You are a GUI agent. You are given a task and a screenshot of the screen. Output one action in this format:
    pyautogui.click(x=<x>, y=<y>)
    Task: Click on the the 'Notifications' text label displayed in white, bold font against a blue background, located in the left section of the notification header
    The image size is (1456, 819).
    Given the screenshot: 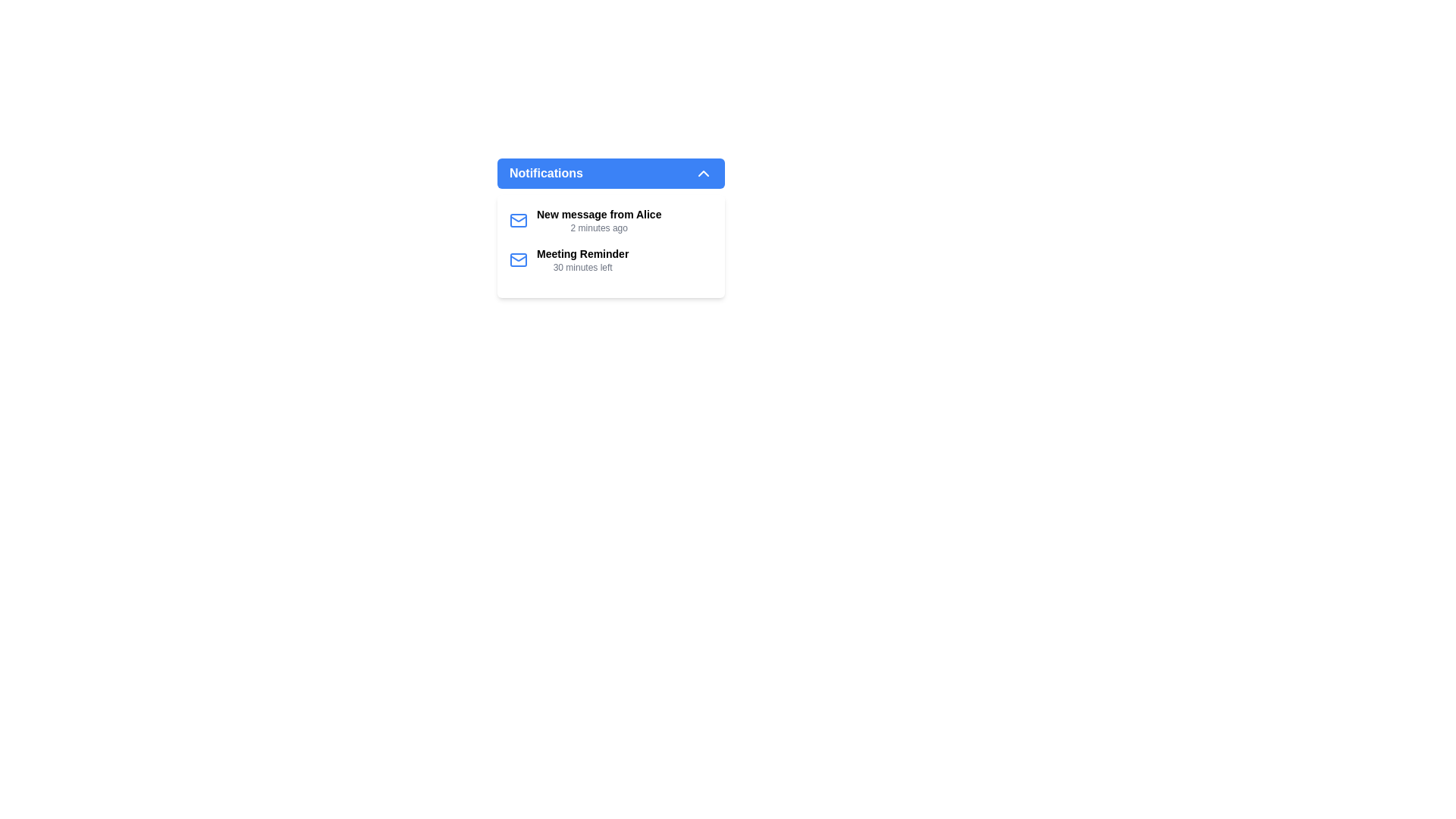 What is the action you would take?
    pyautogui.click(x=546, y=172)
    